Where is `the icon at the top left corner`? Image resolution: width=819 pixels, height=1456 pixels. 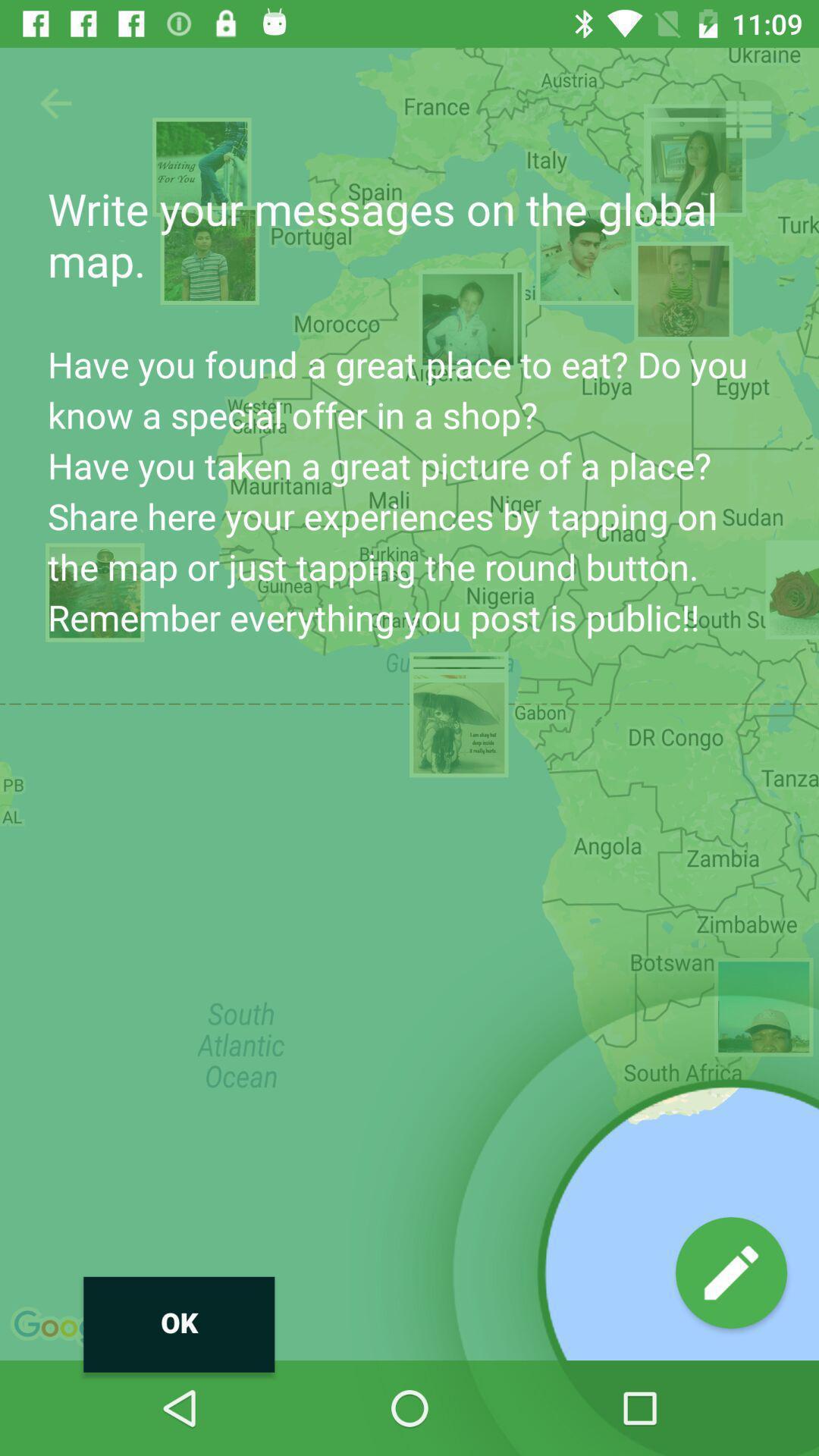
the icon at the top left corner is located at coordinates (55, 102).